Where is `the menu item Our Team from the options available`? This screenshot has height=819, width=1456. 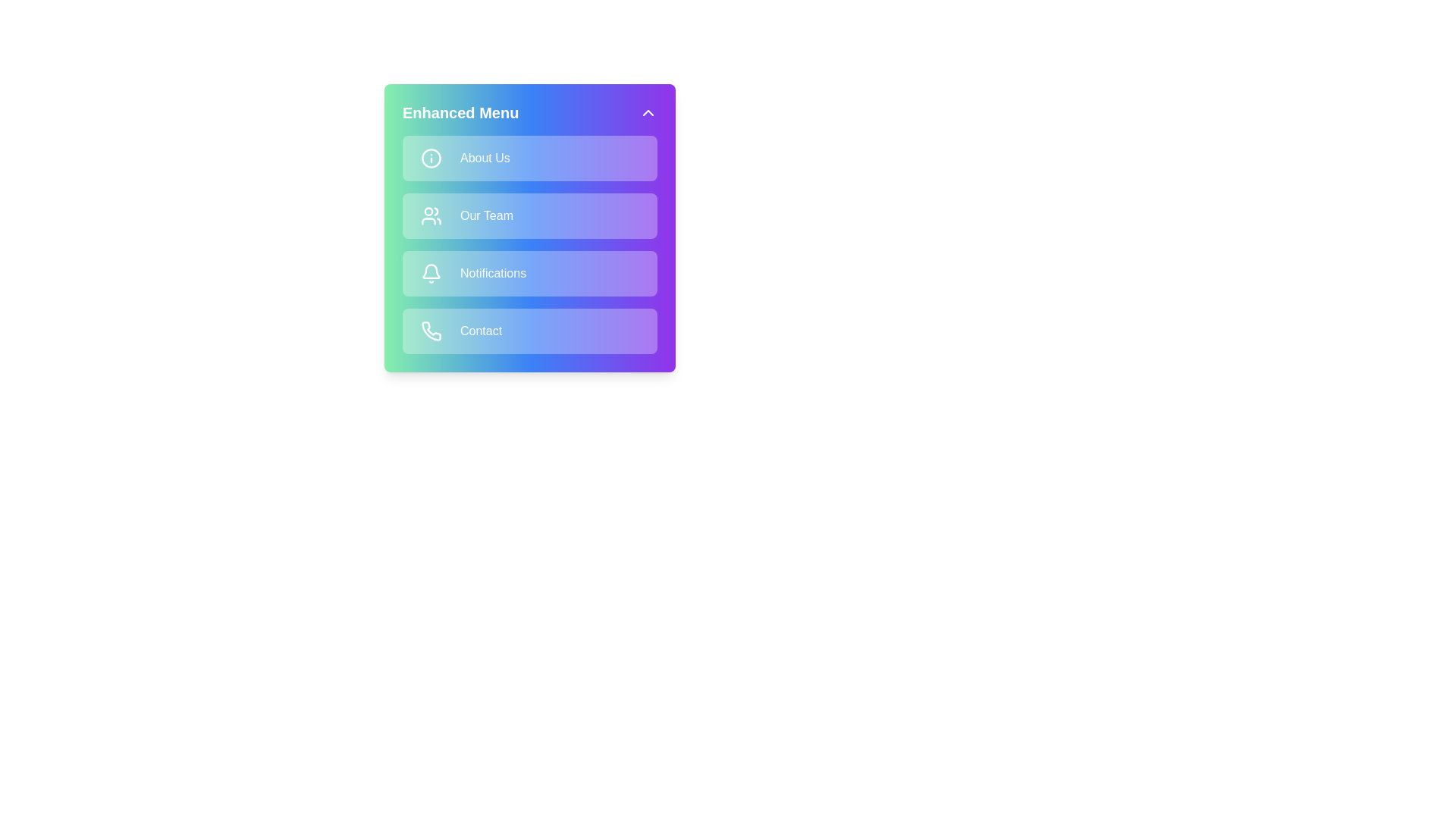
the menu item Our Team from the options available is located at coordinates (530, 216).